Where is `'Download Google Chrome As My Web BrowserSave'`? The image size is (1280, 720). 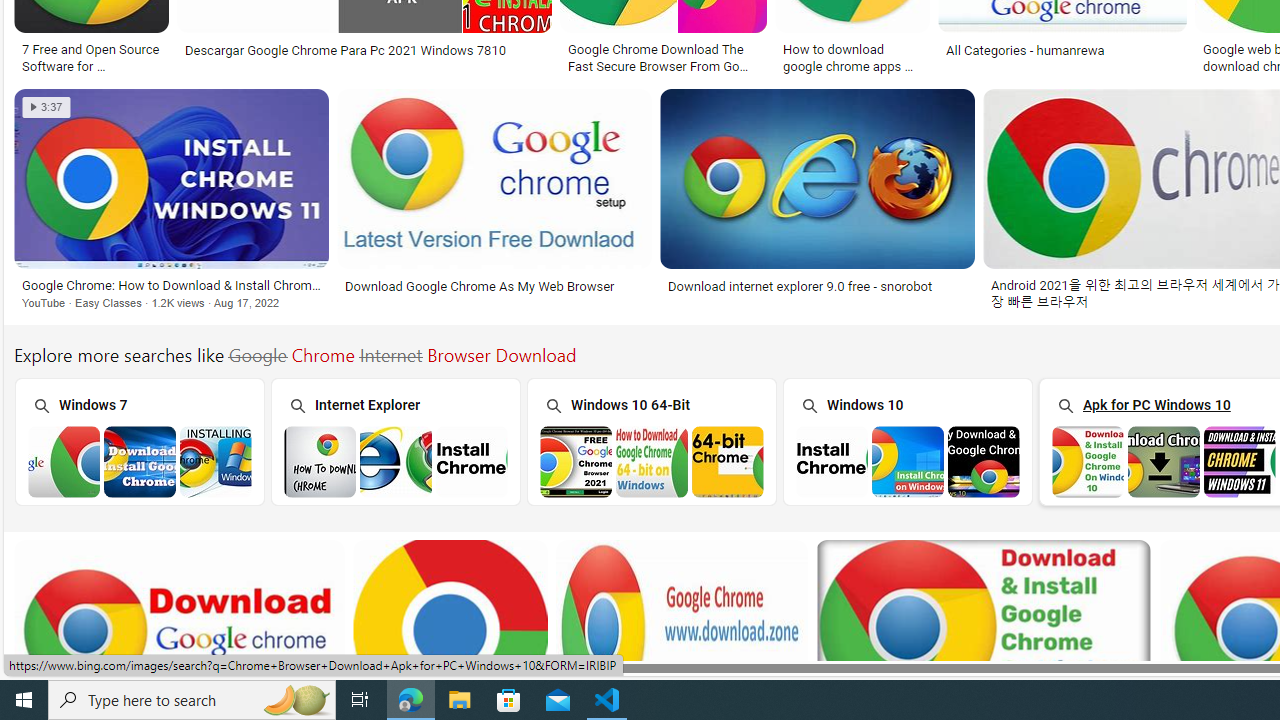 'Download Google Chrome As My Web BrowserSave' is located at coordinates (498, 203).